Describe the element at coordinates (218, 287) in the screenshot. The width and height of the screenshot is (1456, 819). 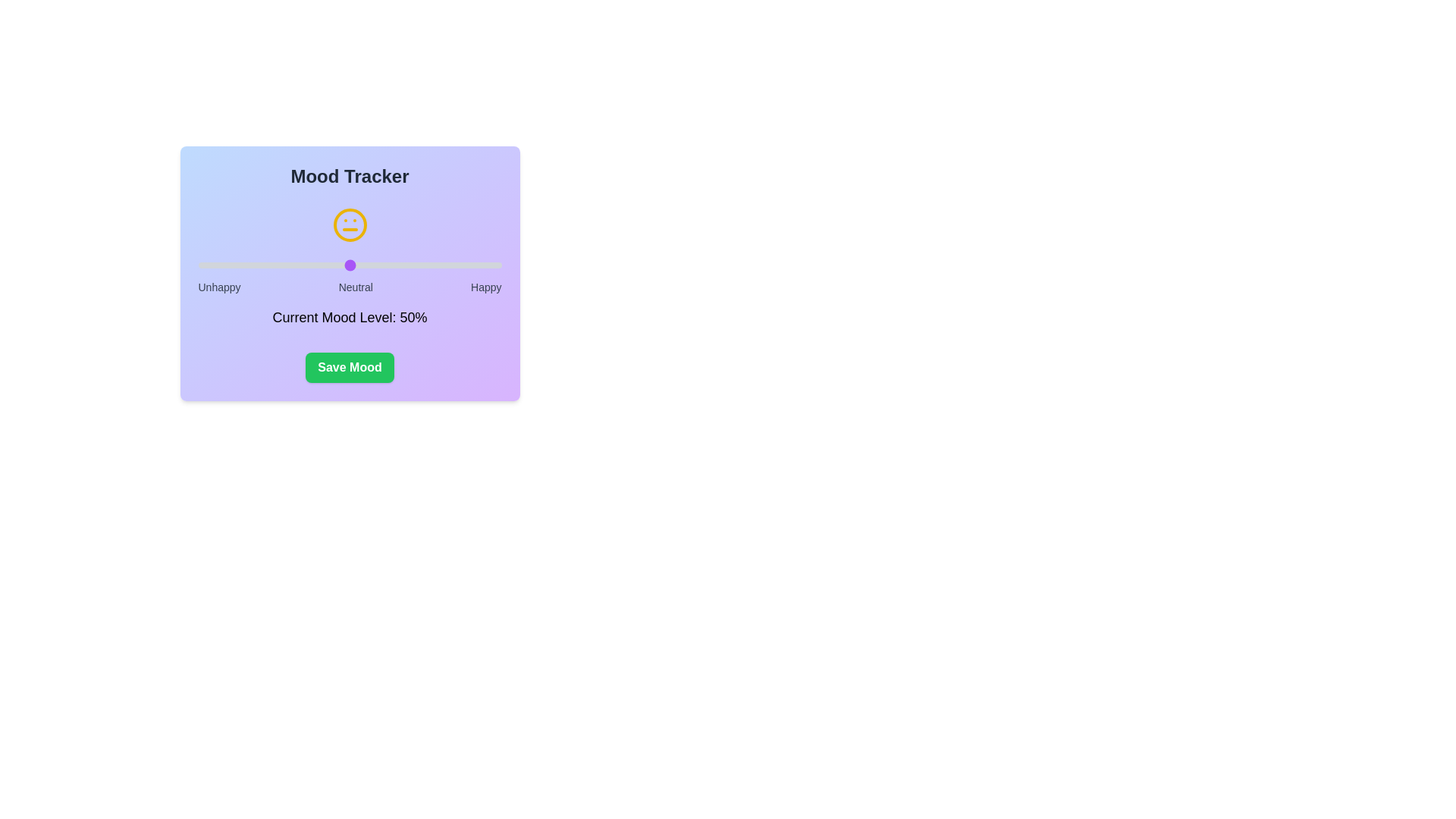
I see `the label Unhappy to interact with it` at that location.